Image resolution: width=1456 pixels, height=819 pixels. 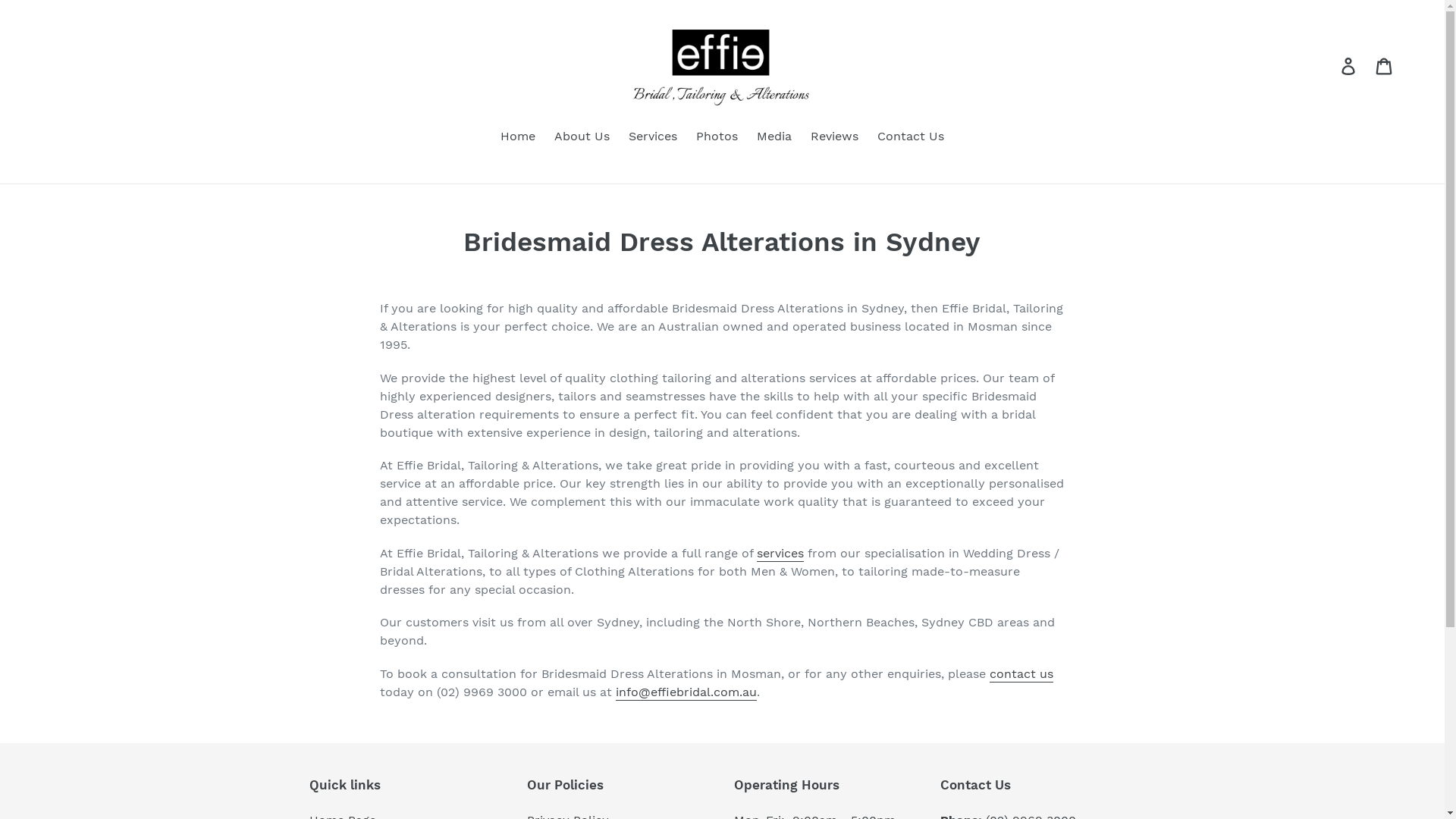 I want to click on 'Home', so click(x=517, y=137).